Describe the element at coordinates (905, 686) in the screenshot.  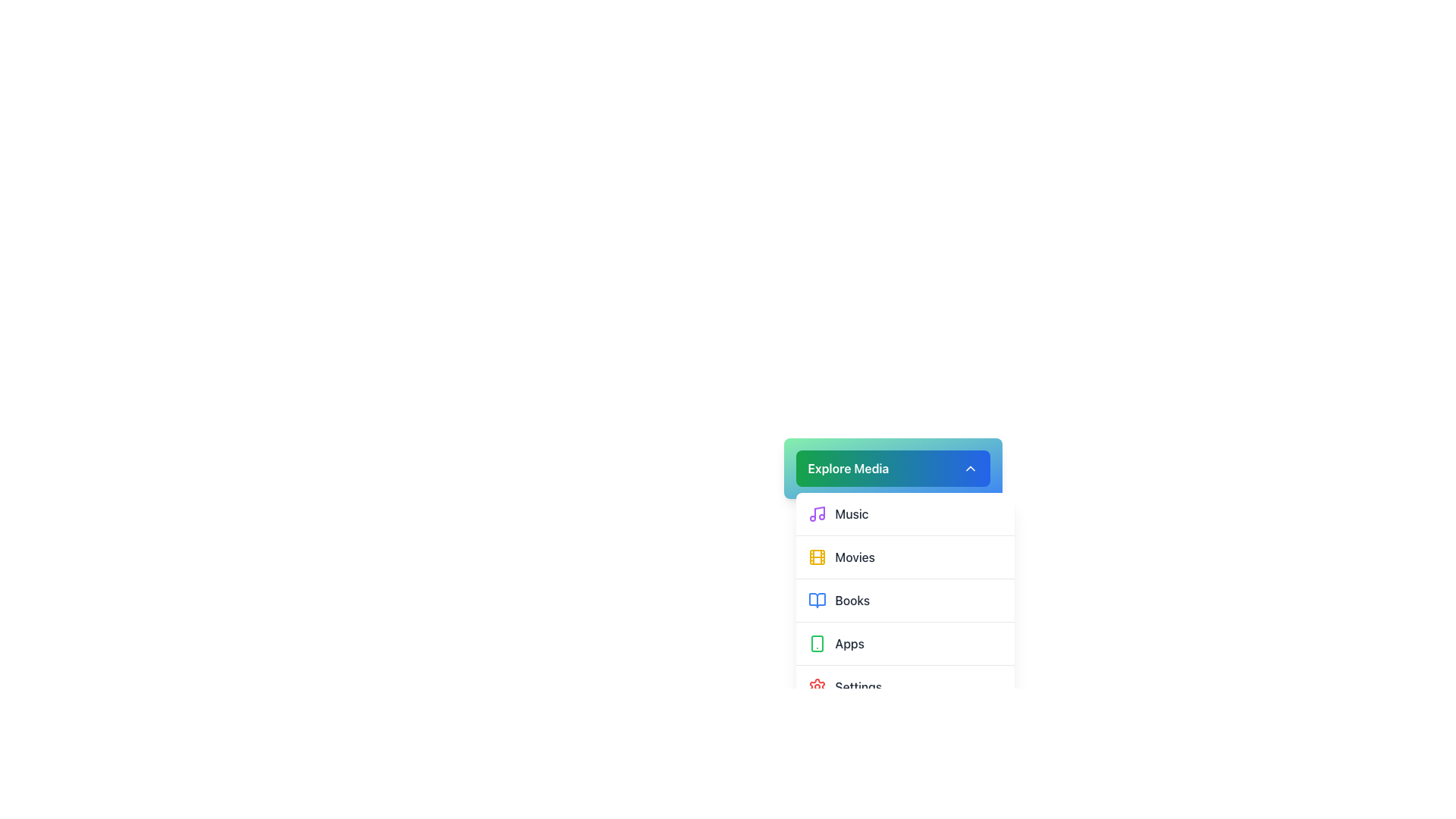
I see `the 'Settings' button in the dropdown menu, which features a red gear icon and the text 'Settings' in black, positioned below the 'Apps' item` at that location.